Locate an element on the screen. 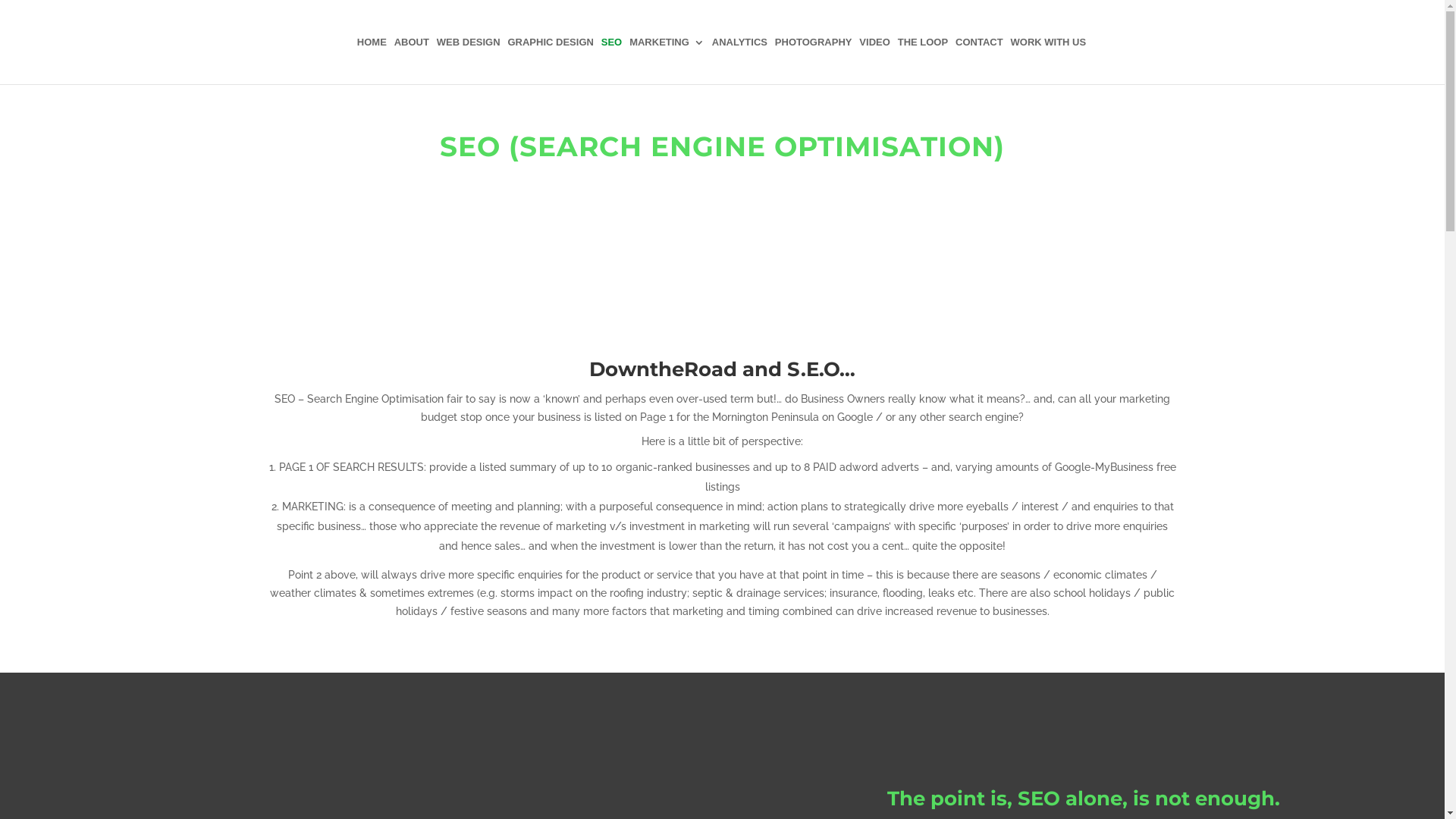 This screenshot has width=1456, height=819. 'SEO' is located at coordinates (600, 60).